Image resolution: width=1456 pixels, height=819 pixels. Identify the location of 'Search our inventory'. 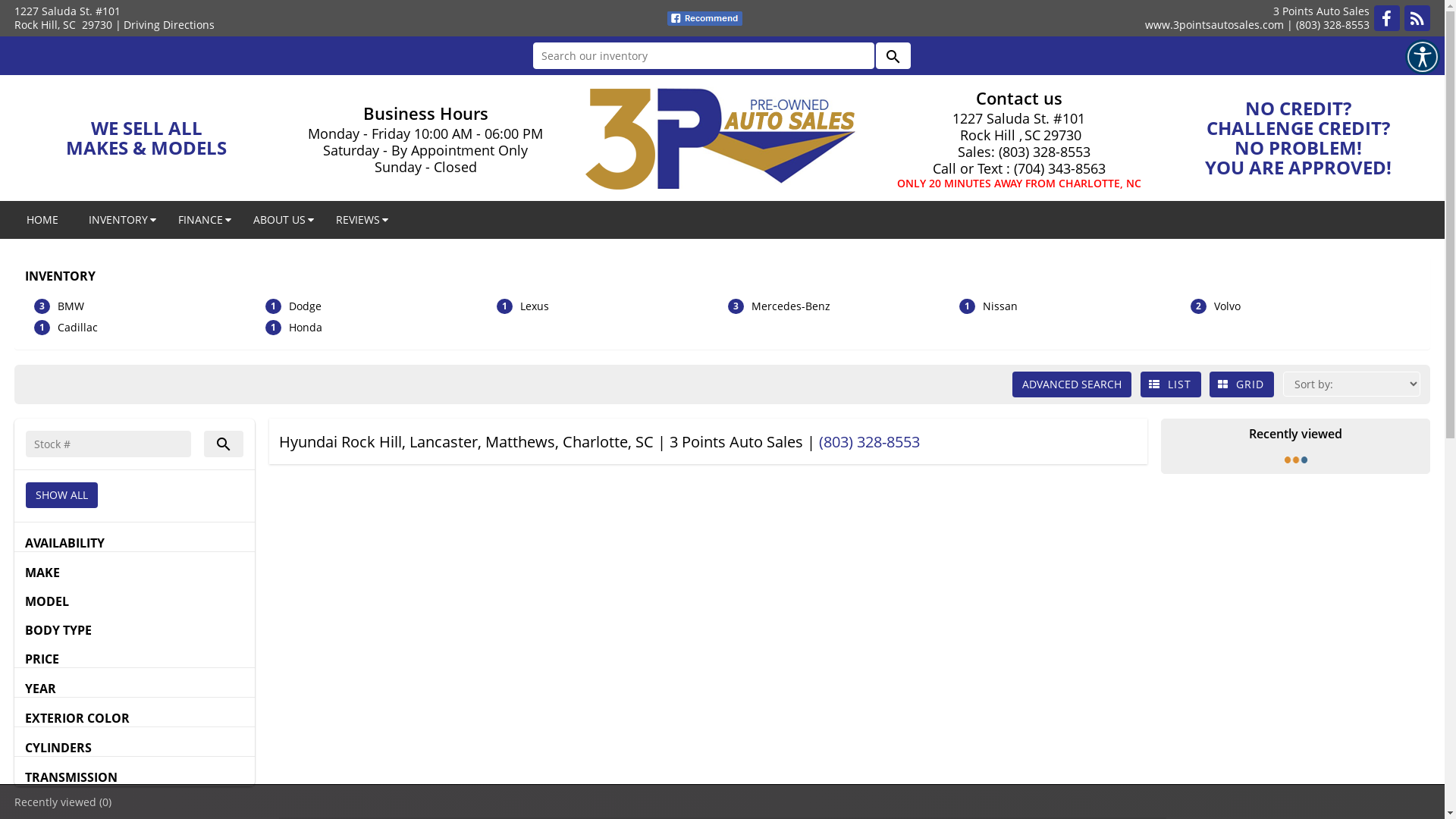
(701, 55).